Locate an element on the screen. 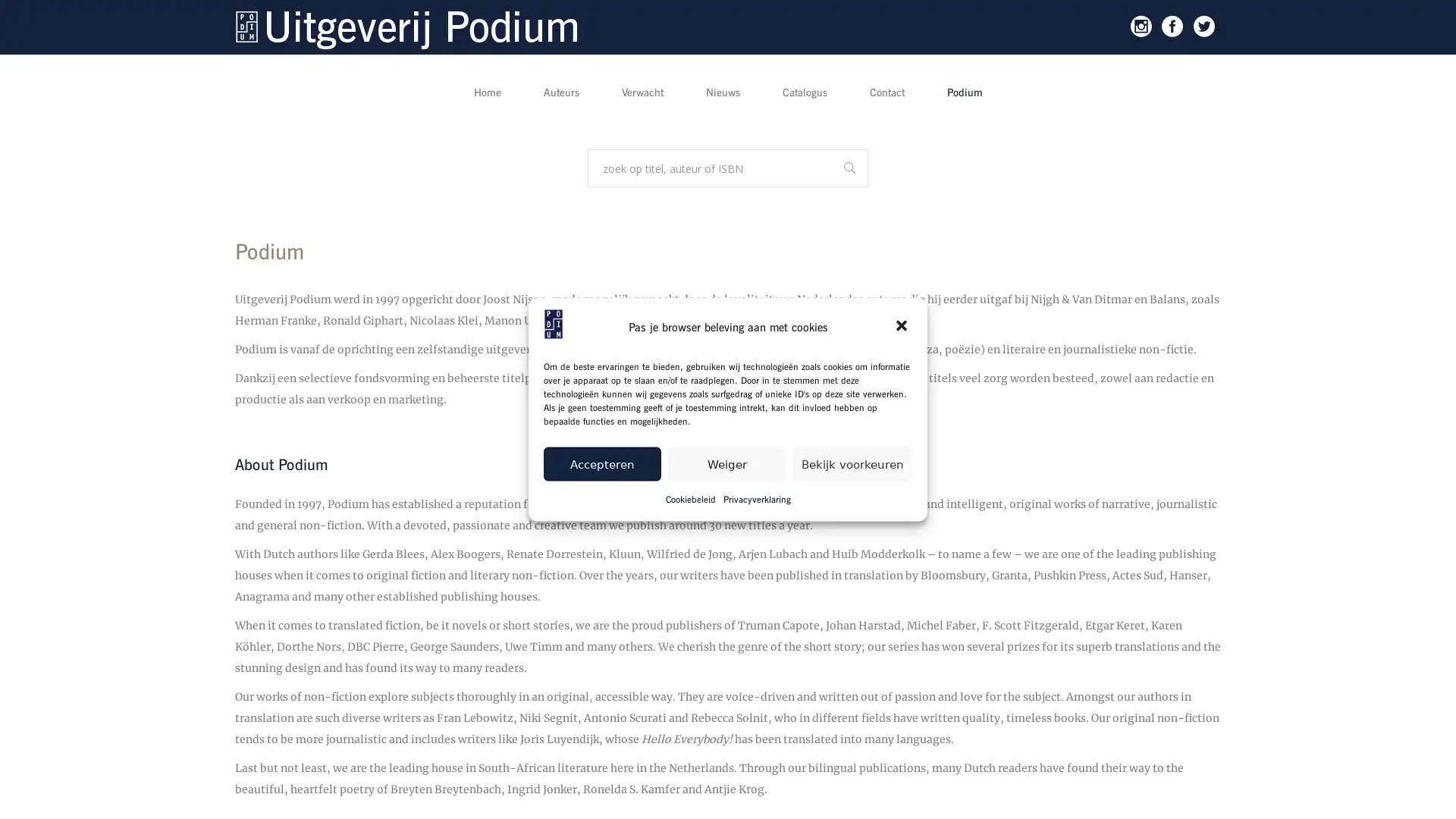 The height and width of the screenshot is (819, 1456). close-dialog is located at coordinates (902, 326).